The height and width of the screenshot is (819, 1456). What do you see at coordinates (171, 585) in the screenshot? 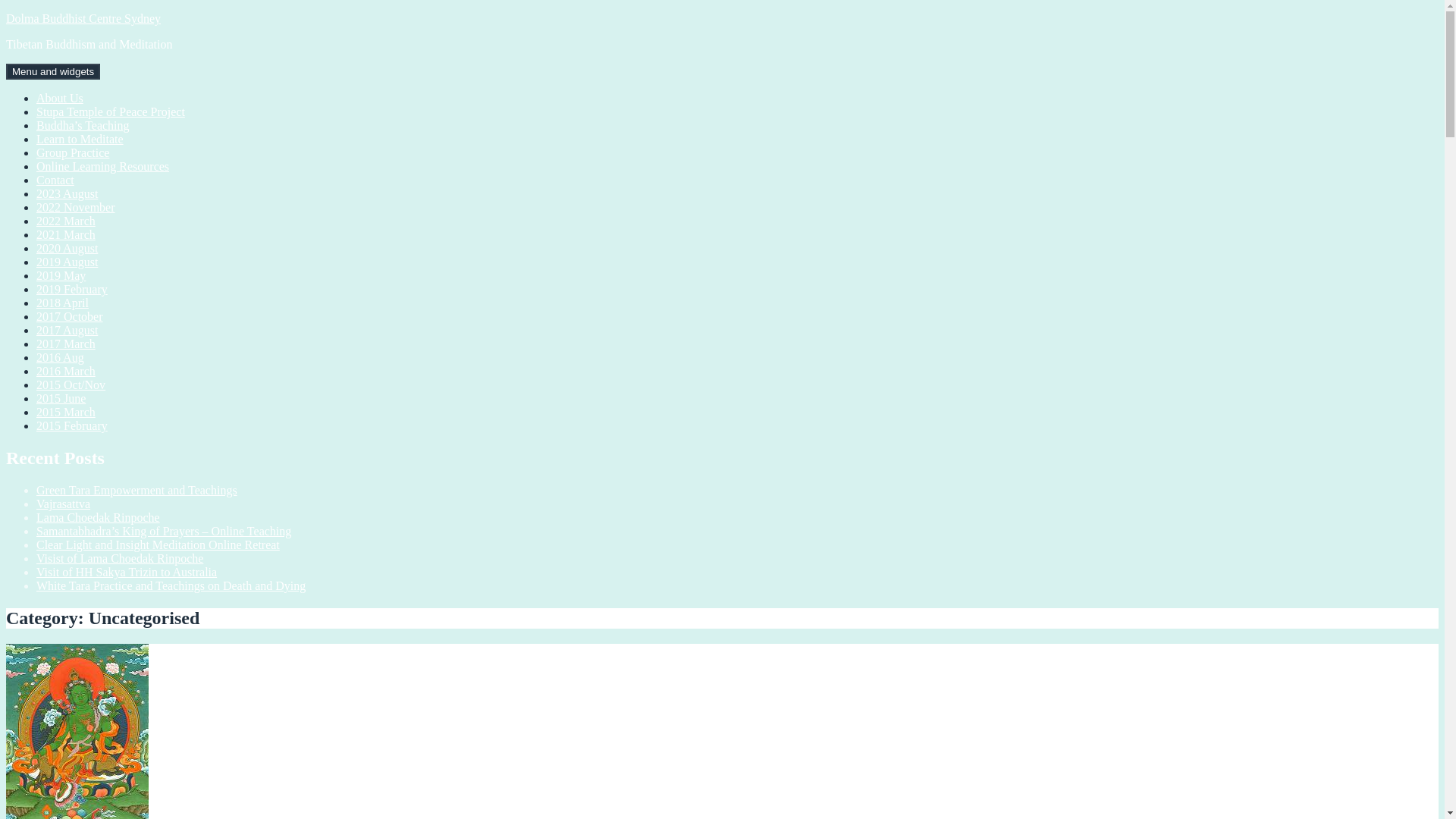
I see `'White Tara Practice and Teachings on Death and Dying'` at bounding box center [171, 585].